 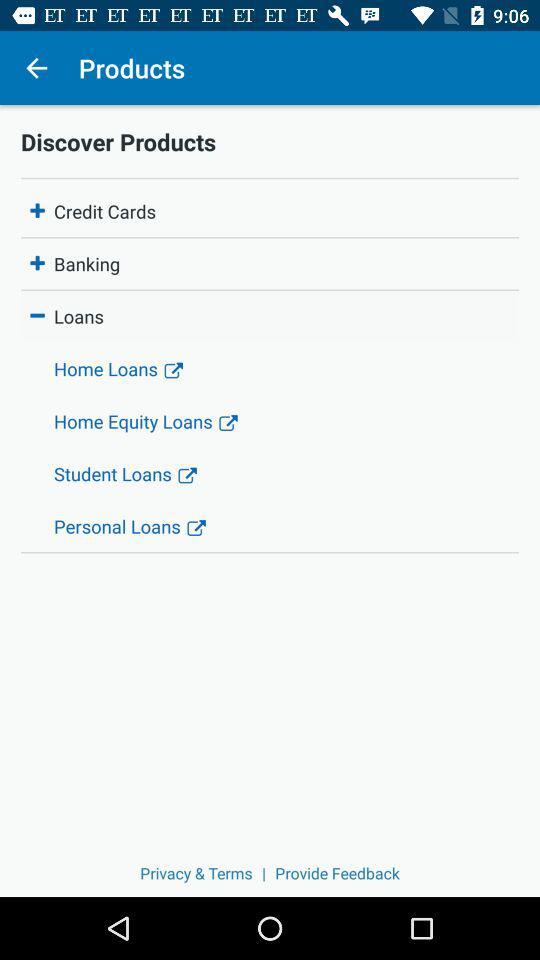 I want to click on the icon next to products, so click(x=36, y=68).